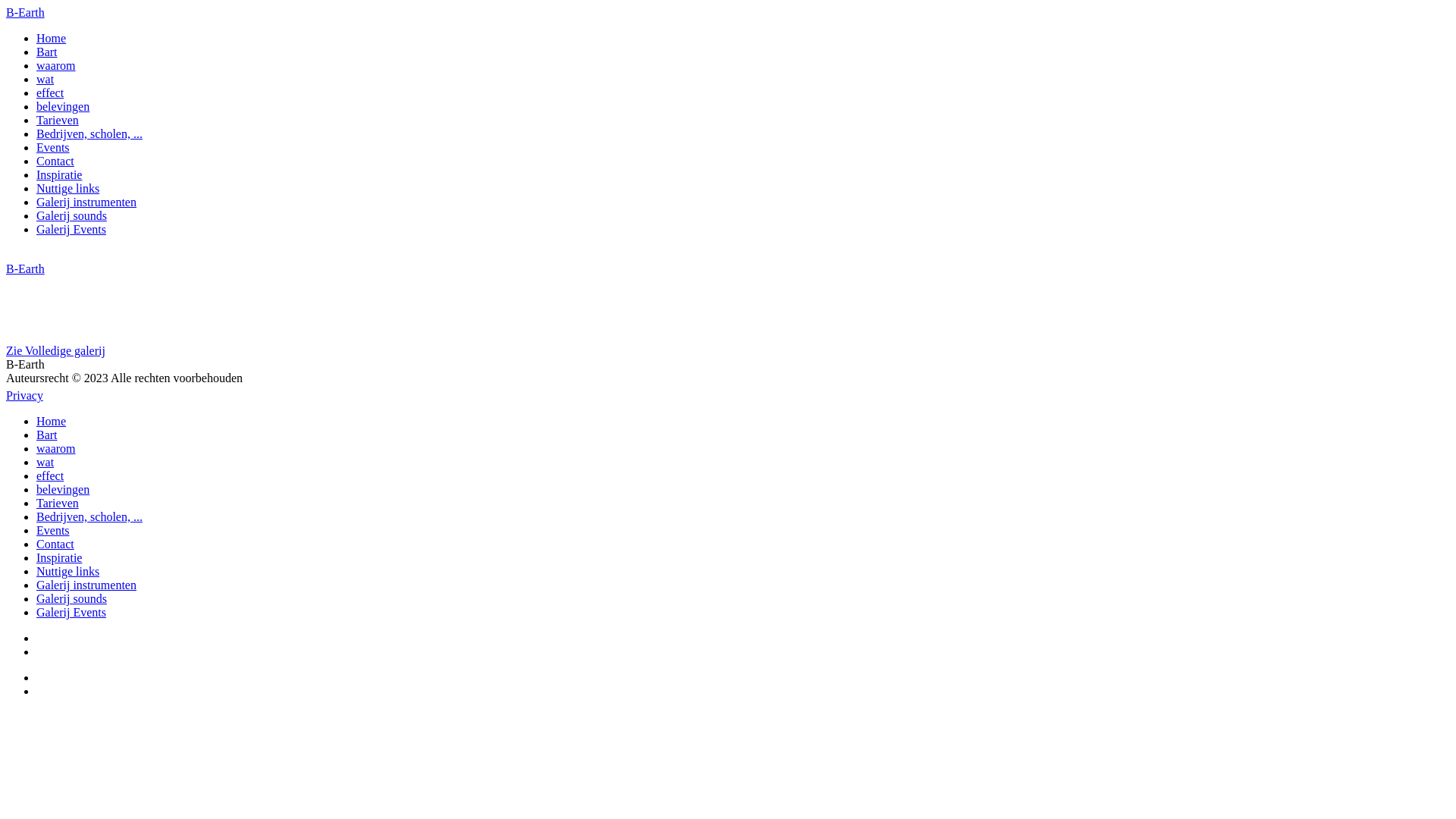 The image size is (1456, 819). Describe the element at coordinates (36, 187) in the screenshot. I see `'Nuttige links'` at that location.